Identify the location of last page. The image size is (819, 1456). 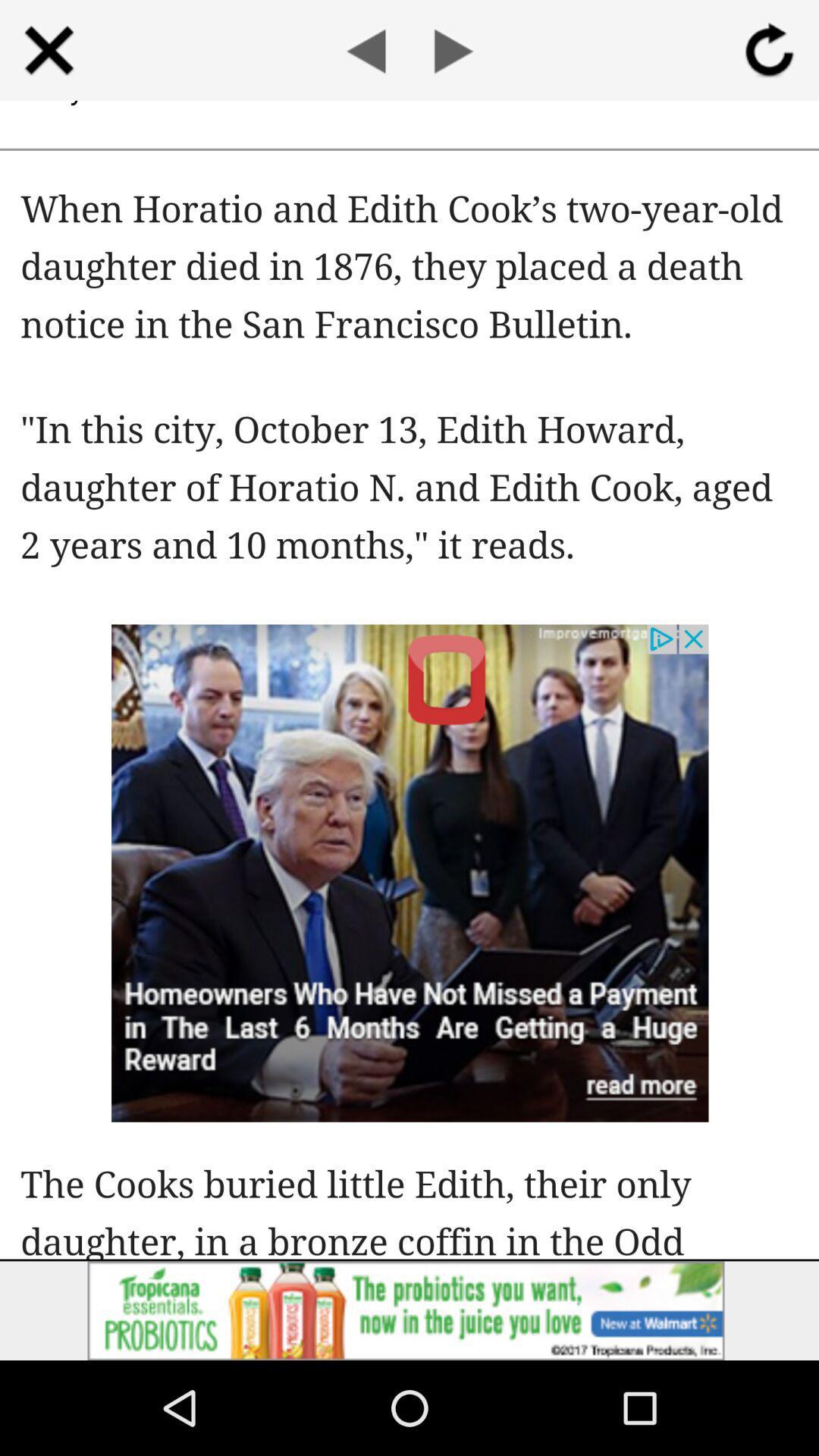
(366, 50).